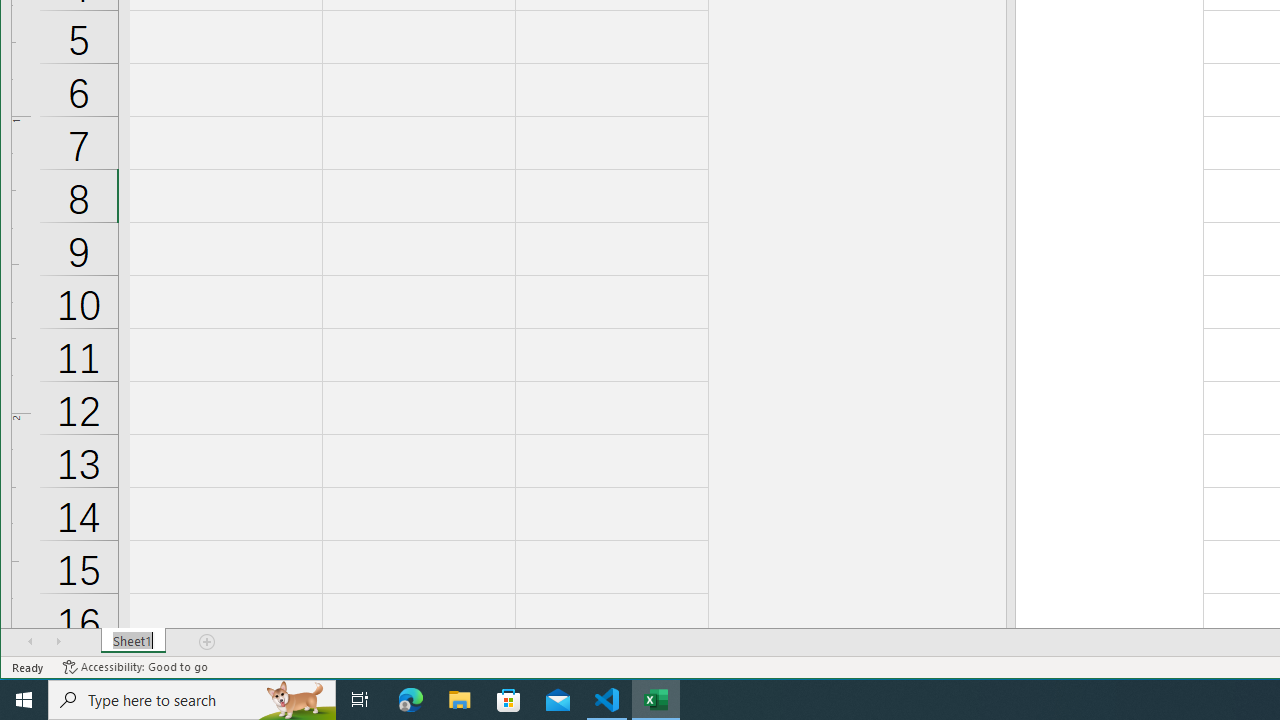  I want to click on 'Sheet Tab', so click(132, 641).